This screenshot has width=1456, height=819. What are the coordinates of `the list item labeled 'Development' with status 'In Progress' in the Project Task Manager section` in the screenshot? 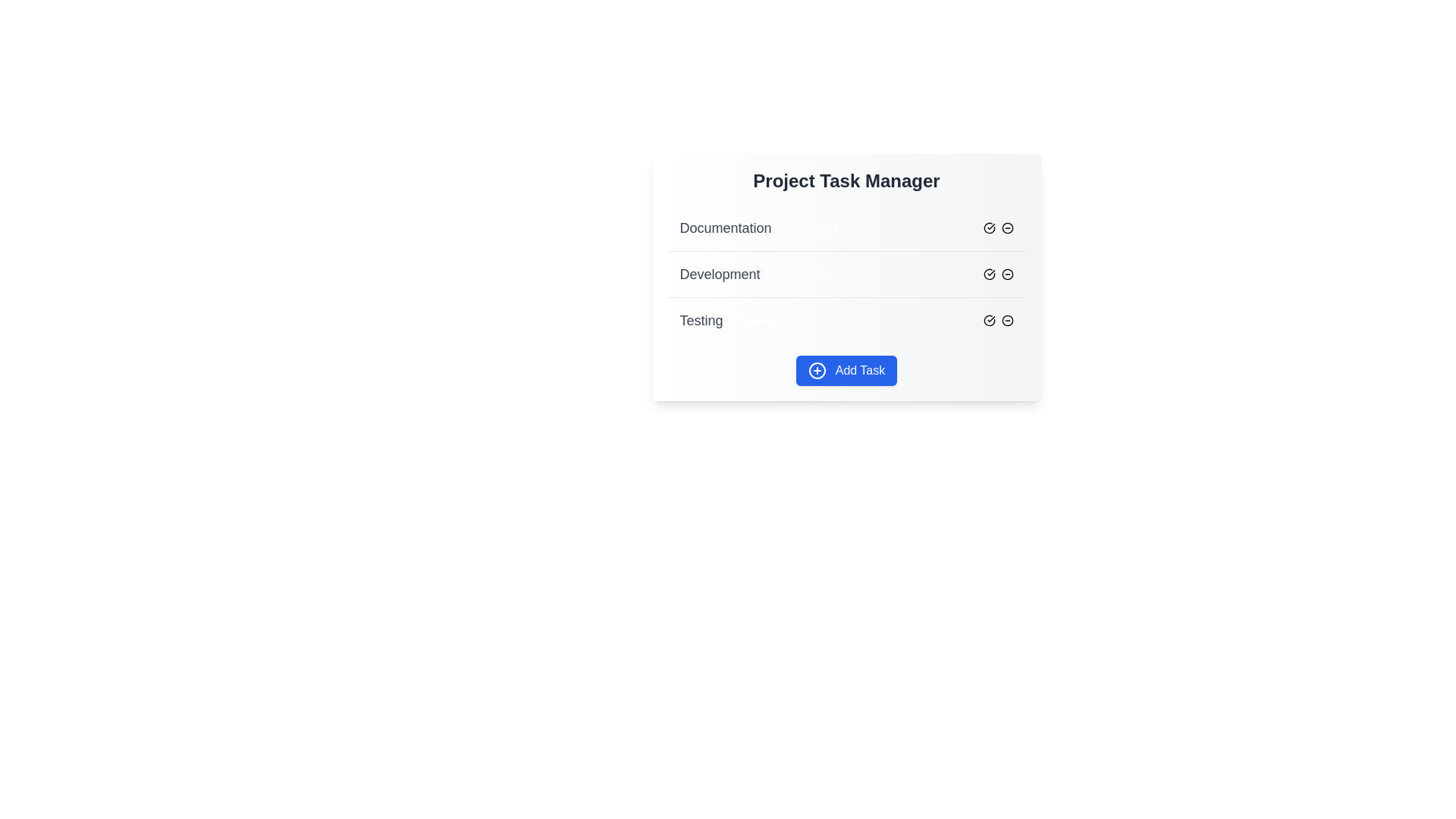 It's located at (846, 275).